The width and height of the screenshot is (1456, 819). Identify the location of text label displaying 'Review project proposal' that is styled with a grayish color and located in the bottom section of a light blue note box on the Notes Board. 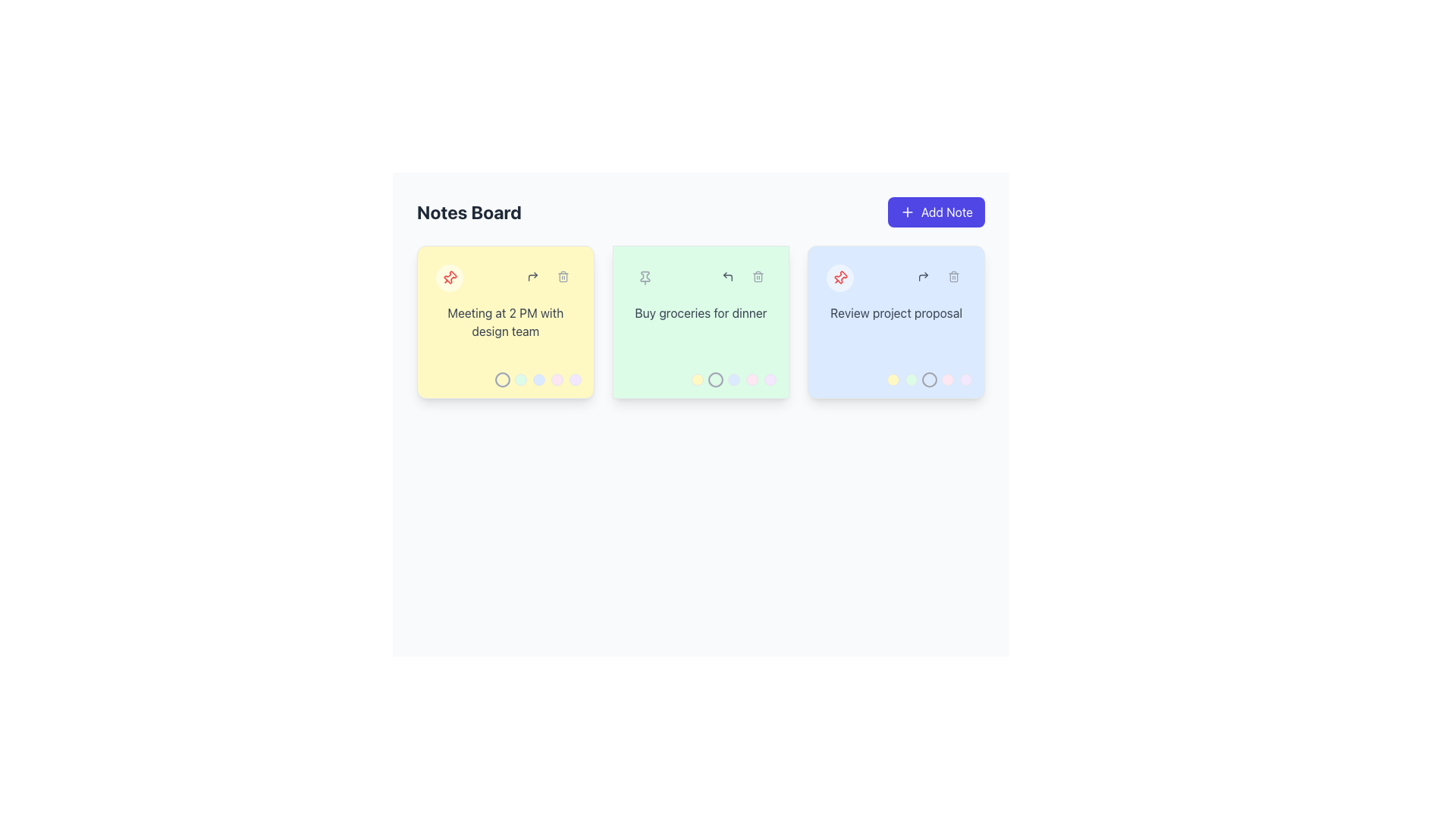
(896, 312).